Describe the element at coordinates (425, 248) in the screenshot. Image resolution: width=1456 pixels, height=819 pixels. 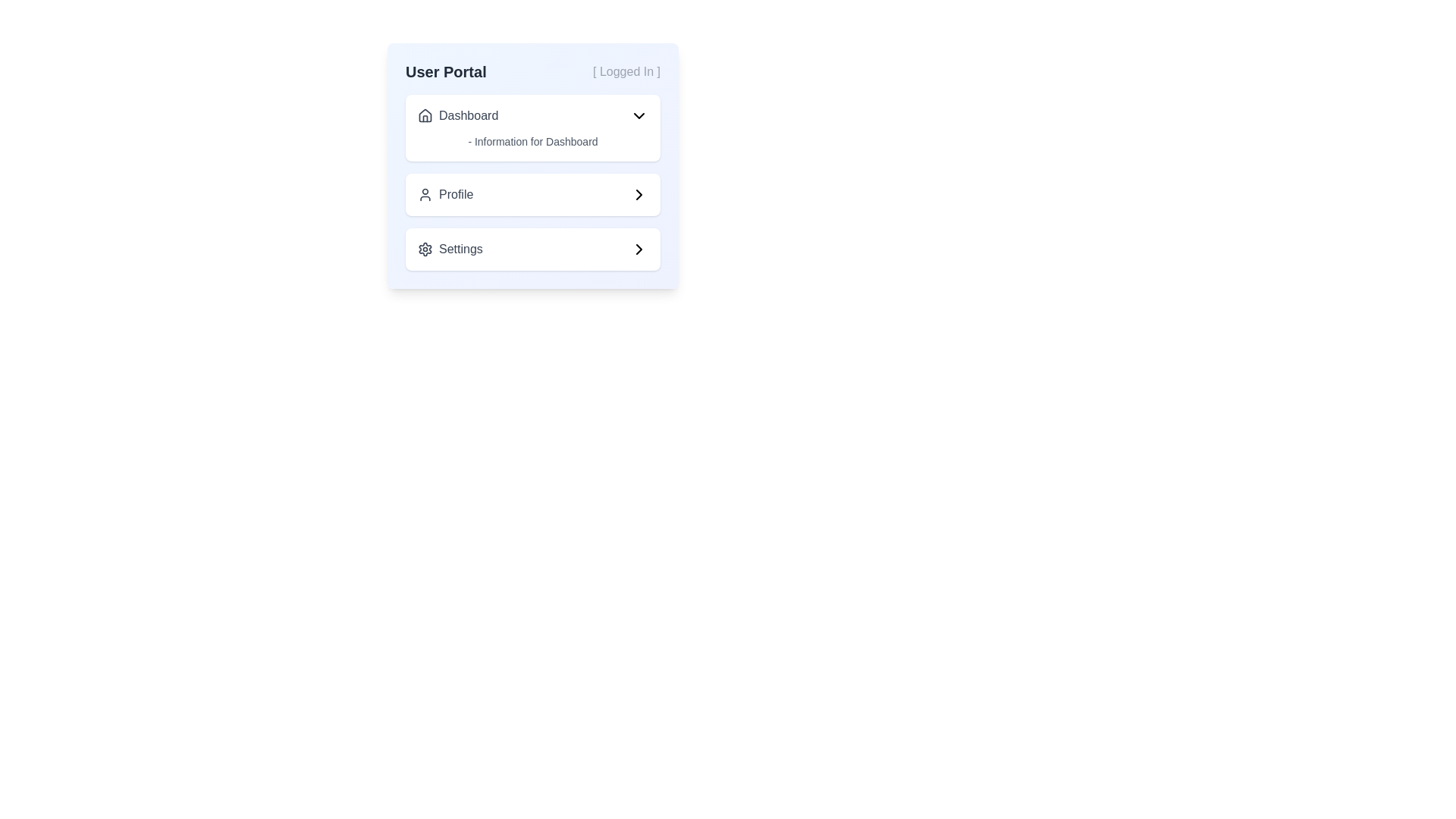
I see `the gear icon located in the settings section of the user interface, which features a circular design and intricate geometric shapes resembling a toothed wheel` at that location.